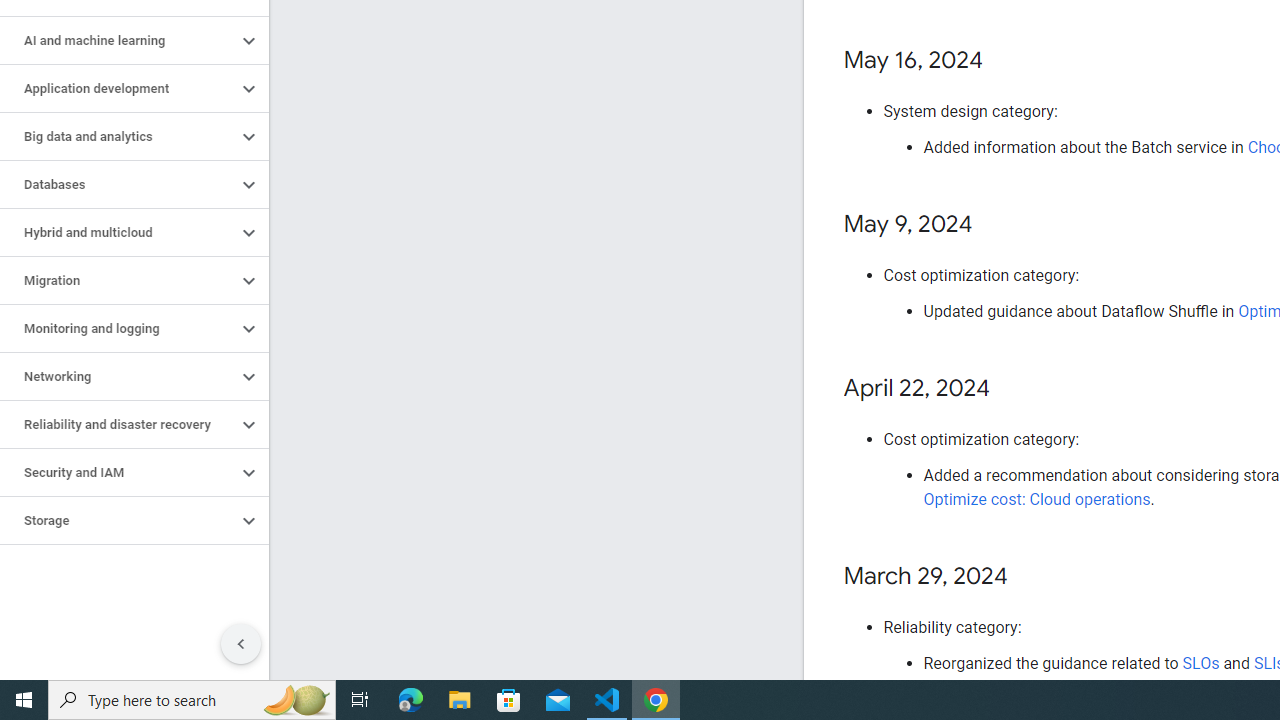  What do you see at coordinates (117, 231) in the screenshot?
I see `'Hybrid and multicloud'` at bounding box center [117, 231].